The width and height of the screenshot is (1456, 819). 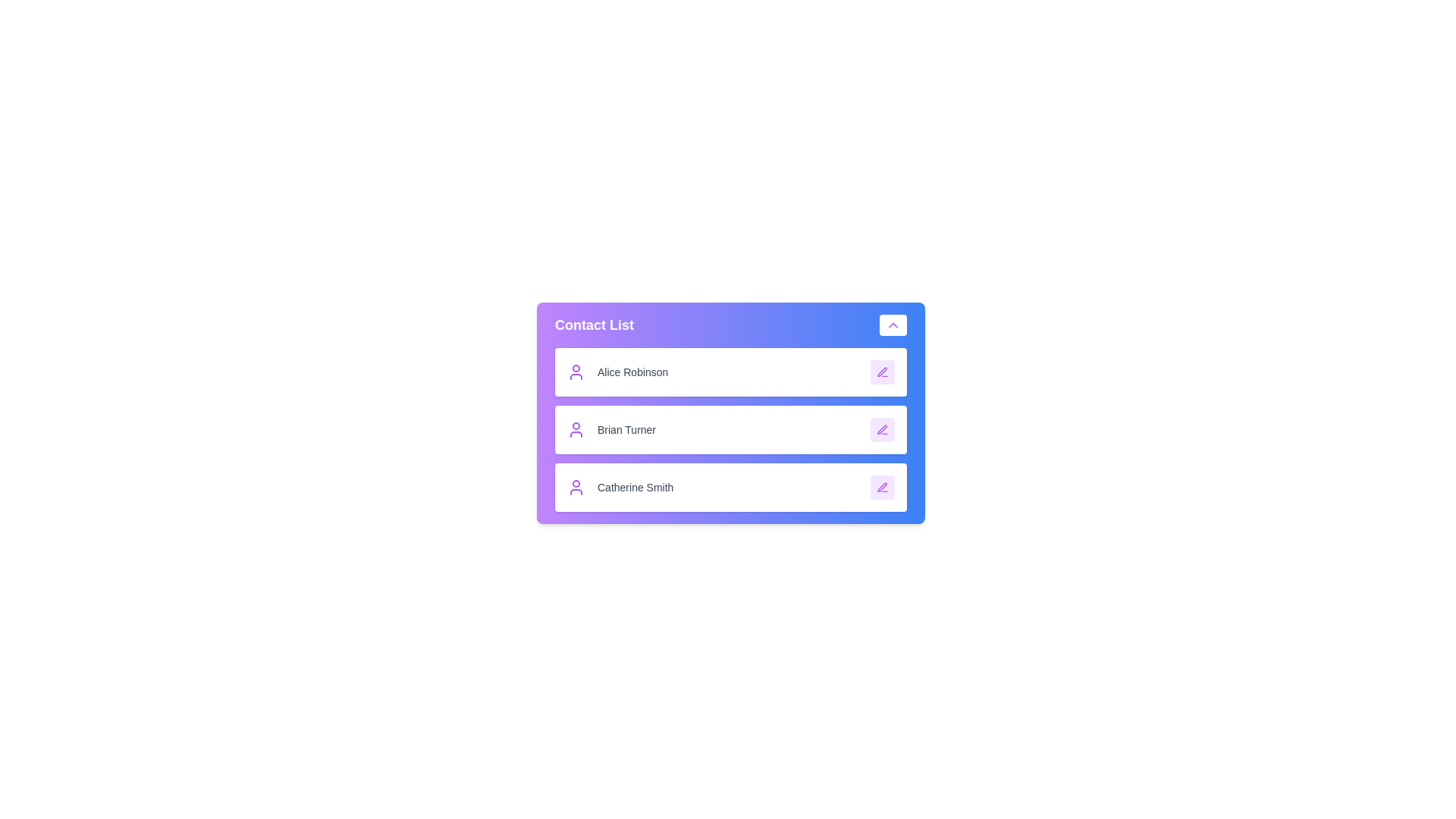 I want to click on the edit button of the list item Brian Turner, so click(x=882, y=430).